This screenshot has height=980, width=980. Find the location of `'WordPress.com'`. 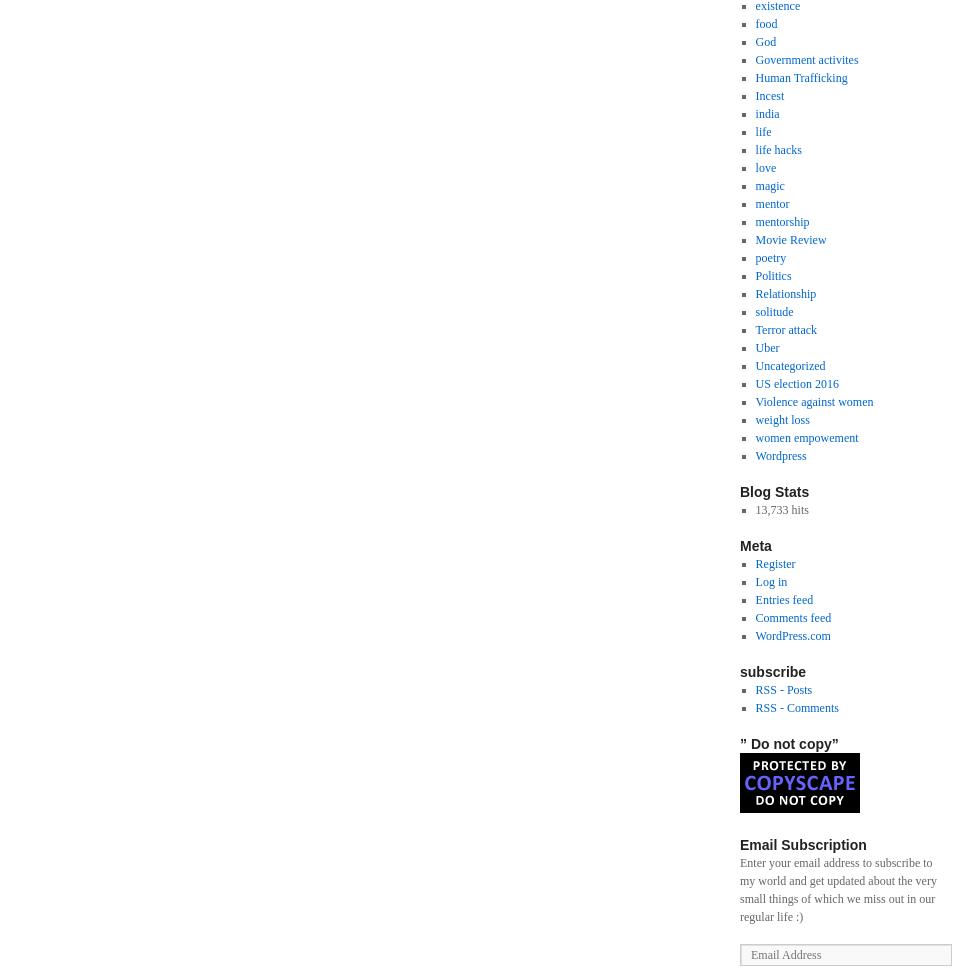

'WordPress.com' is located at coordinates (754, 636).